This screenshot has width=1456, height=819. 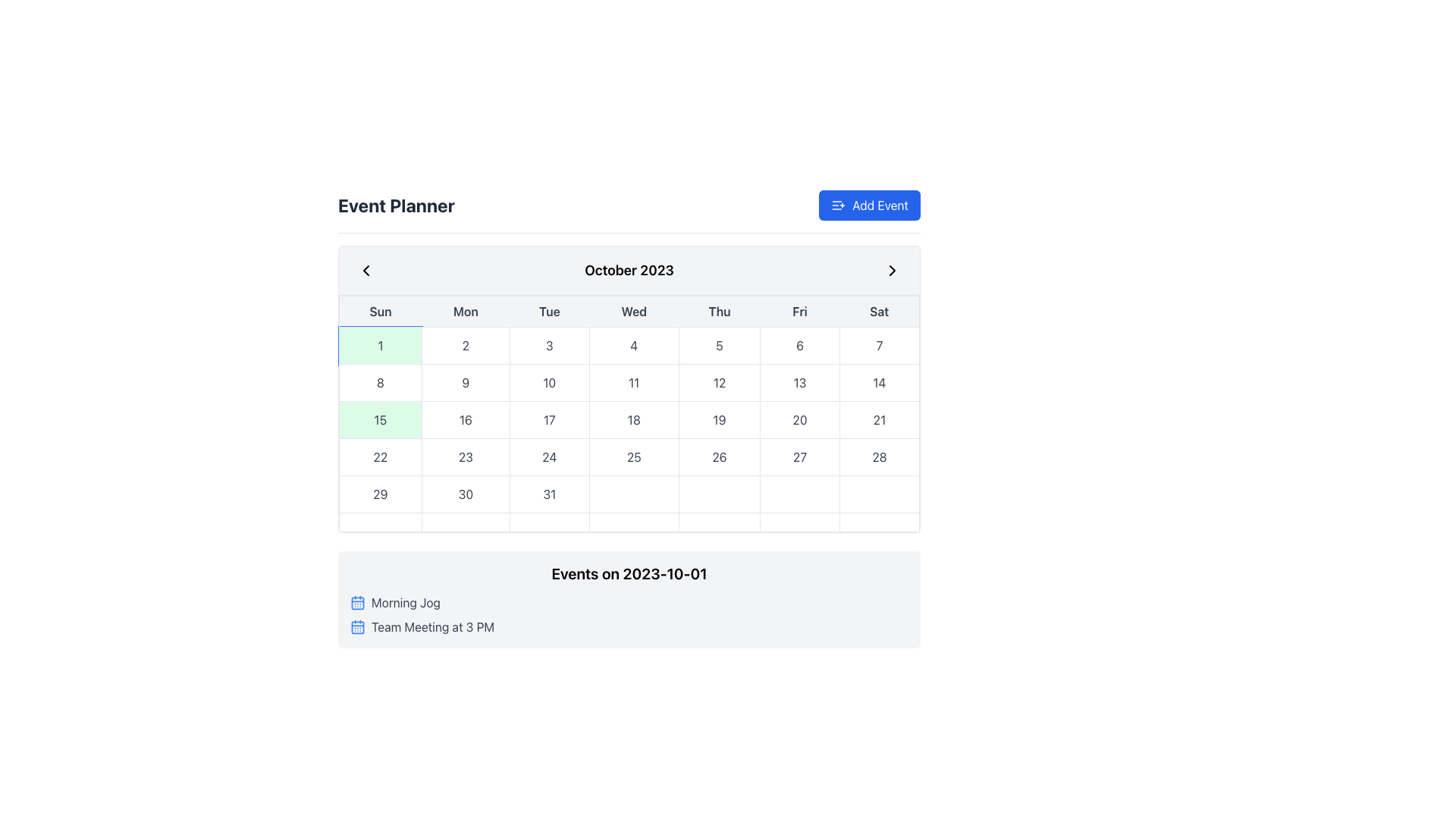 I want to click on the second segment element in the calendar component, so click(x=465, y=522).